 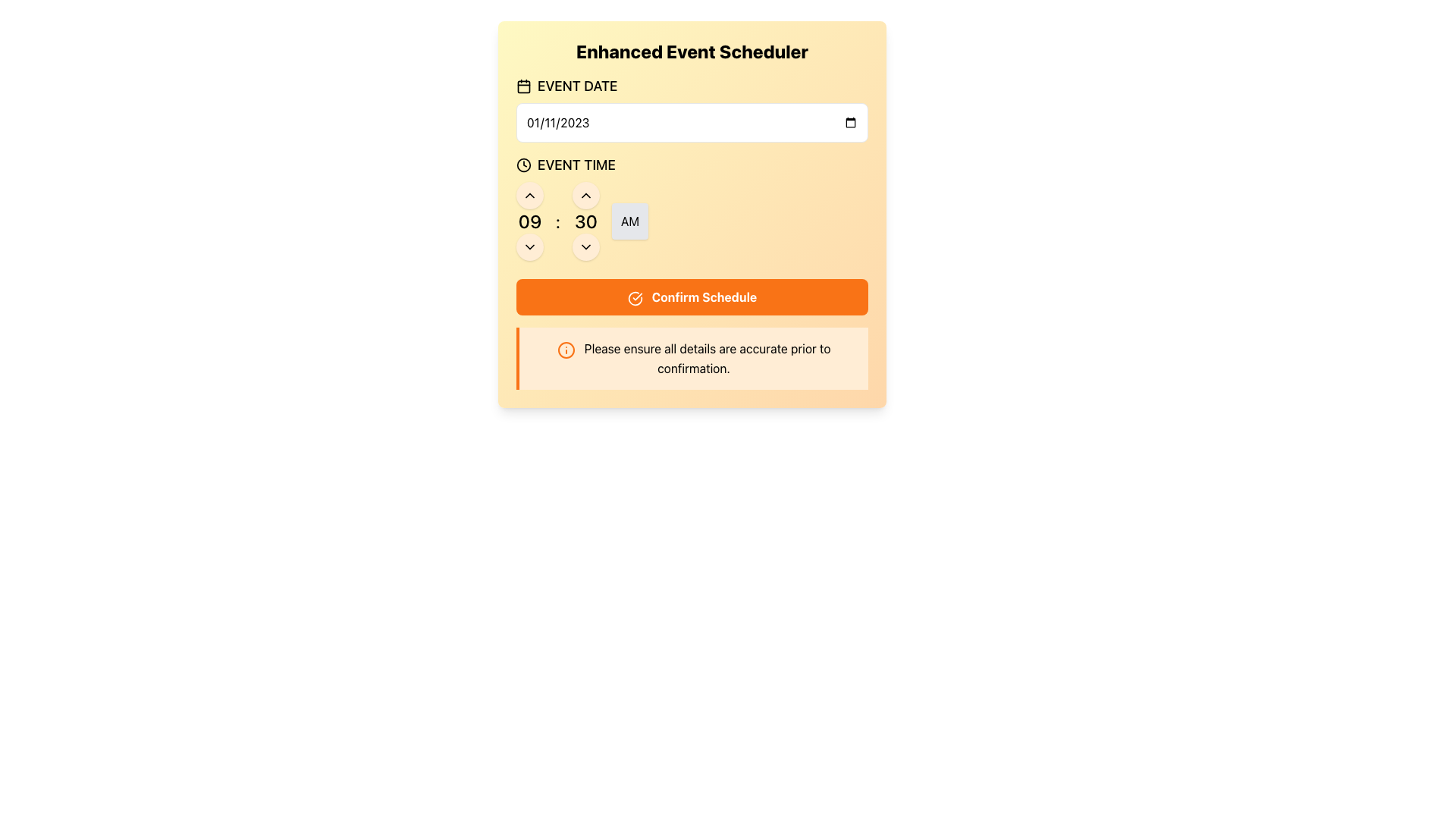 I want to click on the icon representing a circle with a checkmark inside, located within the 'Confirm Schedule' button, which is positioned to the left of the button's text, so click(x=635, y=298).